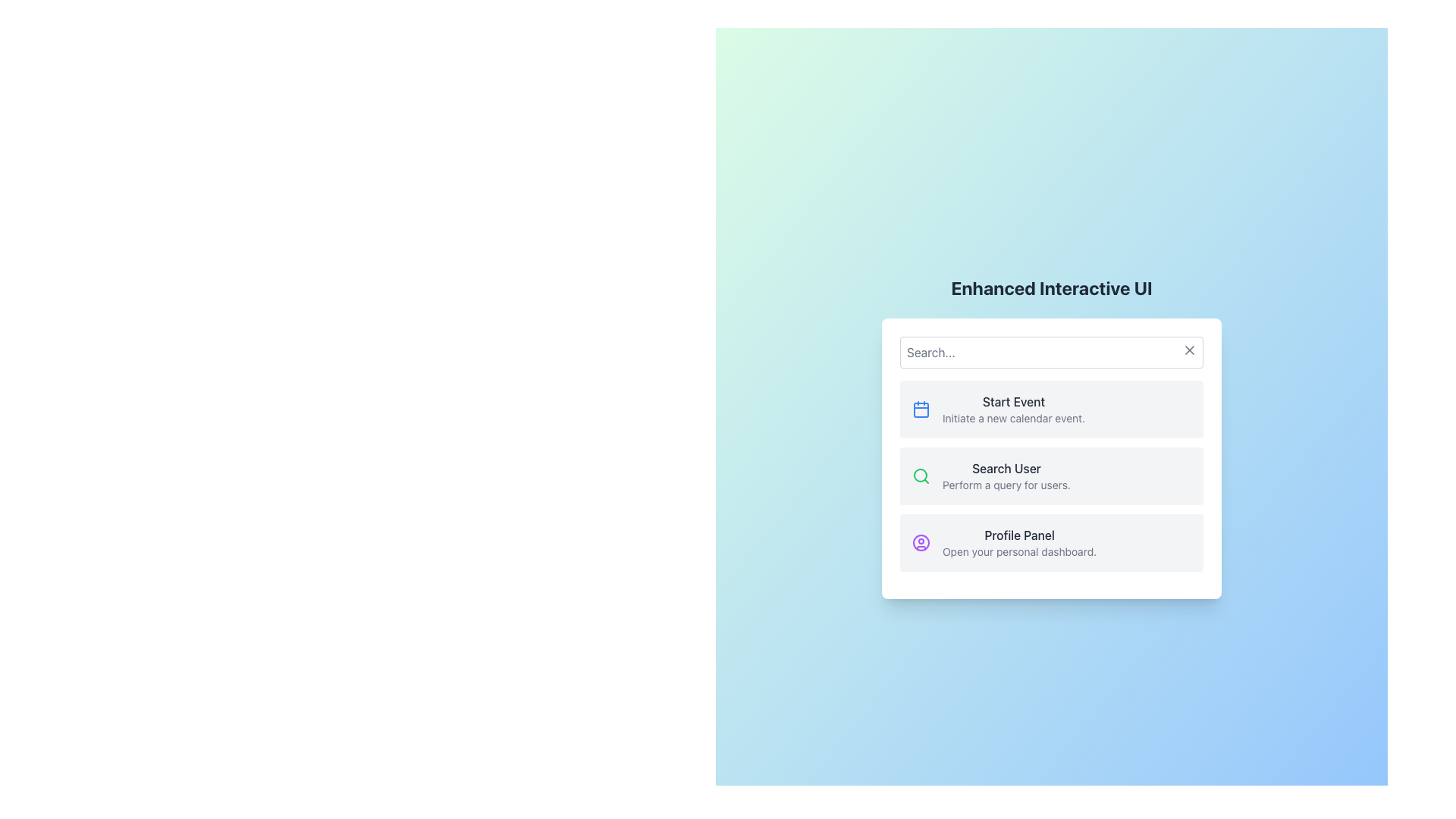 The width and height of the screenshot is (1456, 819). Describe the element at coordinates (1189, 350) in the screenshot. I see `the clear button located in the top-right corner of the search input field to observe the color change to red` at that location.